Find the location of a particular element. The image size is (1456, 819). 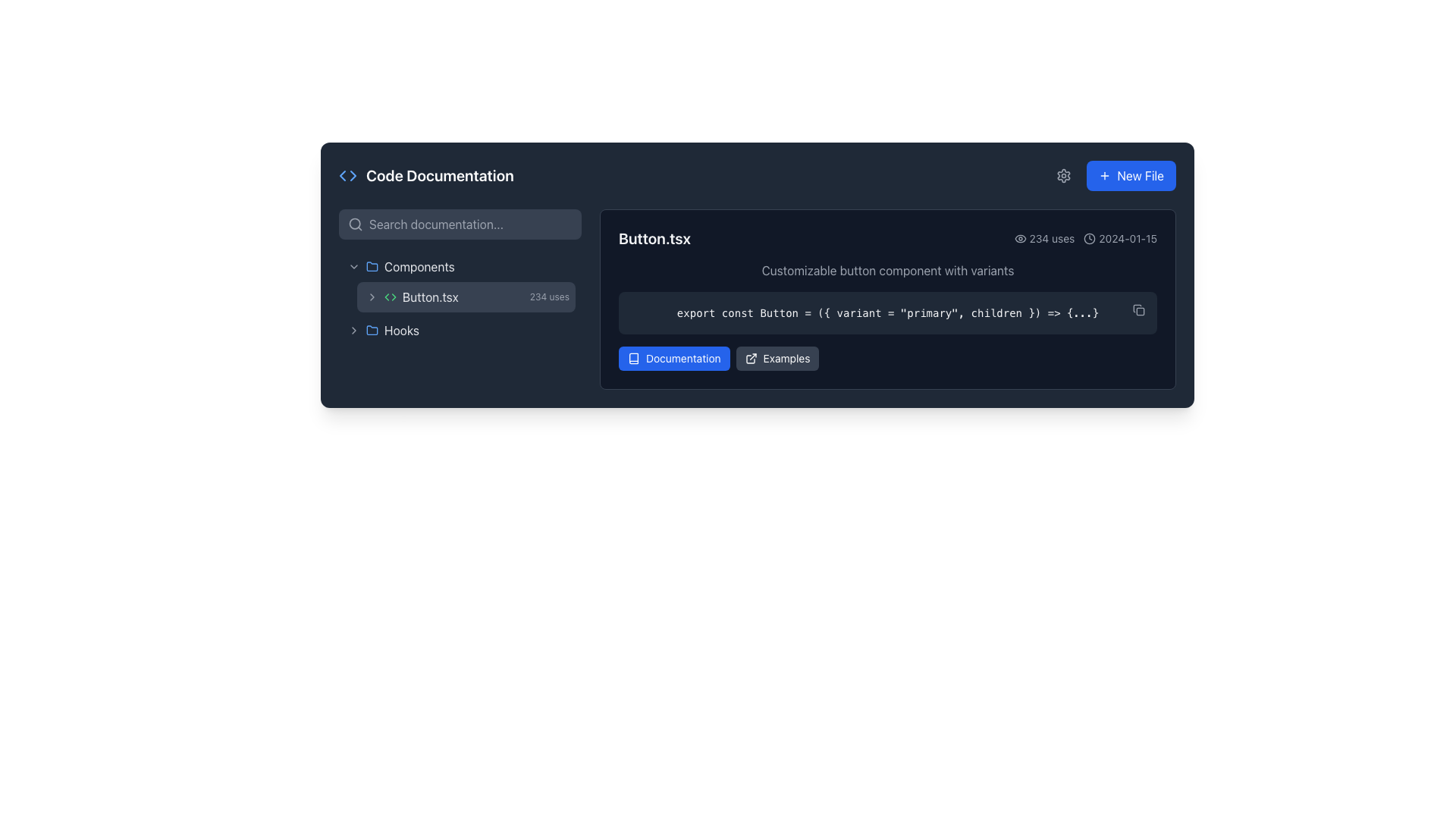

the search icon located on the leftmost side of the search bar at the top left corner of the interface is located at coordinates (355, 224).